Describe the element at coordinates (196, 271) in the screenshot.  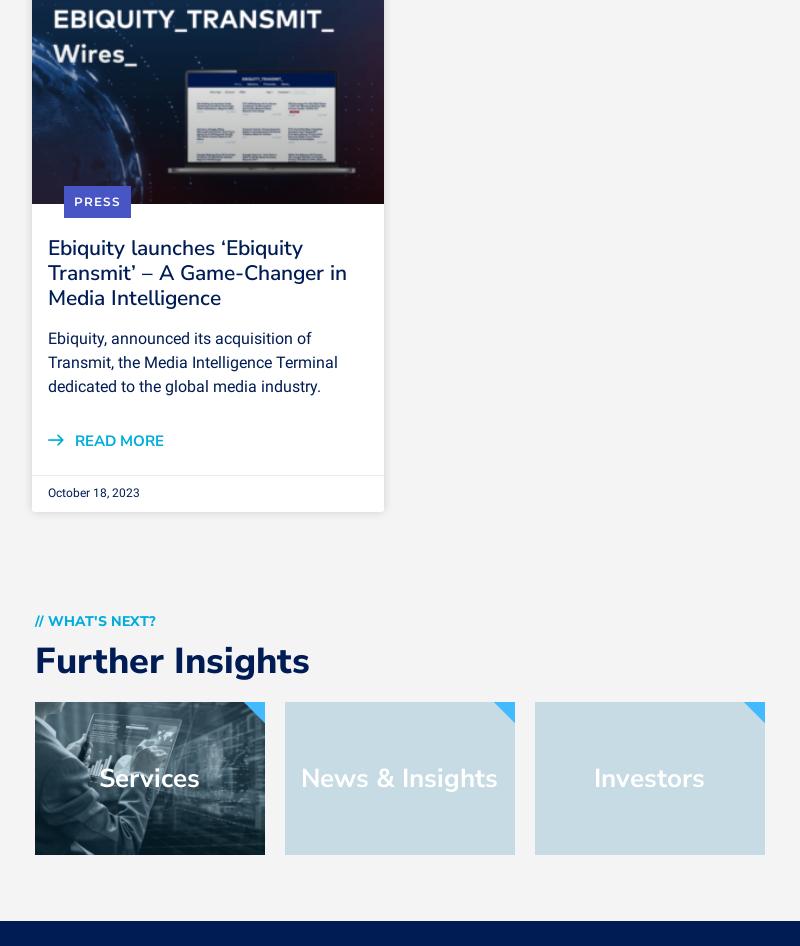
I see `'Ebiquity launches ‘Ebiquity Transmit’ – A Game-Changer in Media Intelligence'` at that location.